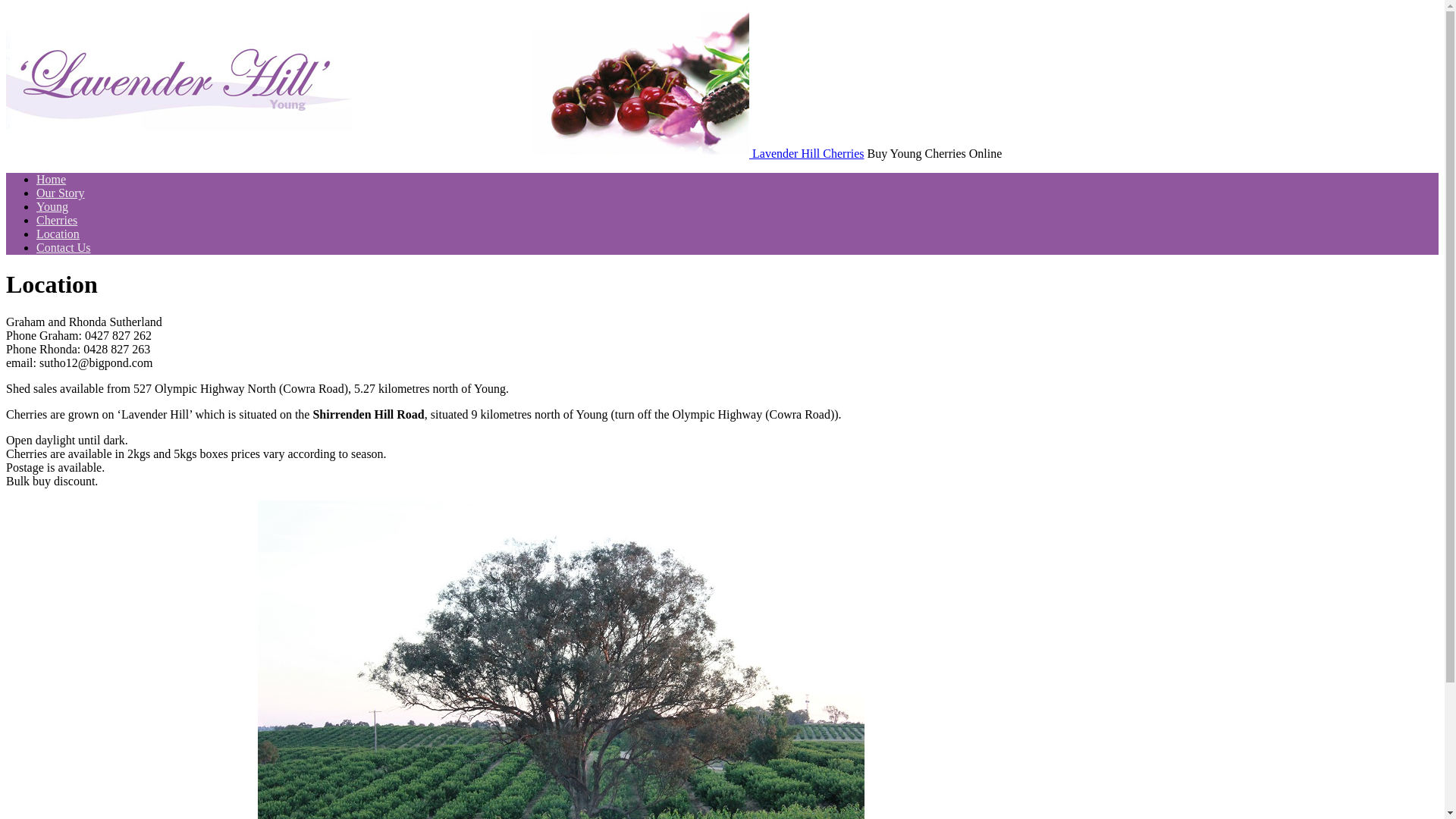 The height and width of the screenshot is (819, 1456). Describe the element at coordinates (6, 153) in the screenshot. I see `'Buy Young Cherries Online'` at that location.